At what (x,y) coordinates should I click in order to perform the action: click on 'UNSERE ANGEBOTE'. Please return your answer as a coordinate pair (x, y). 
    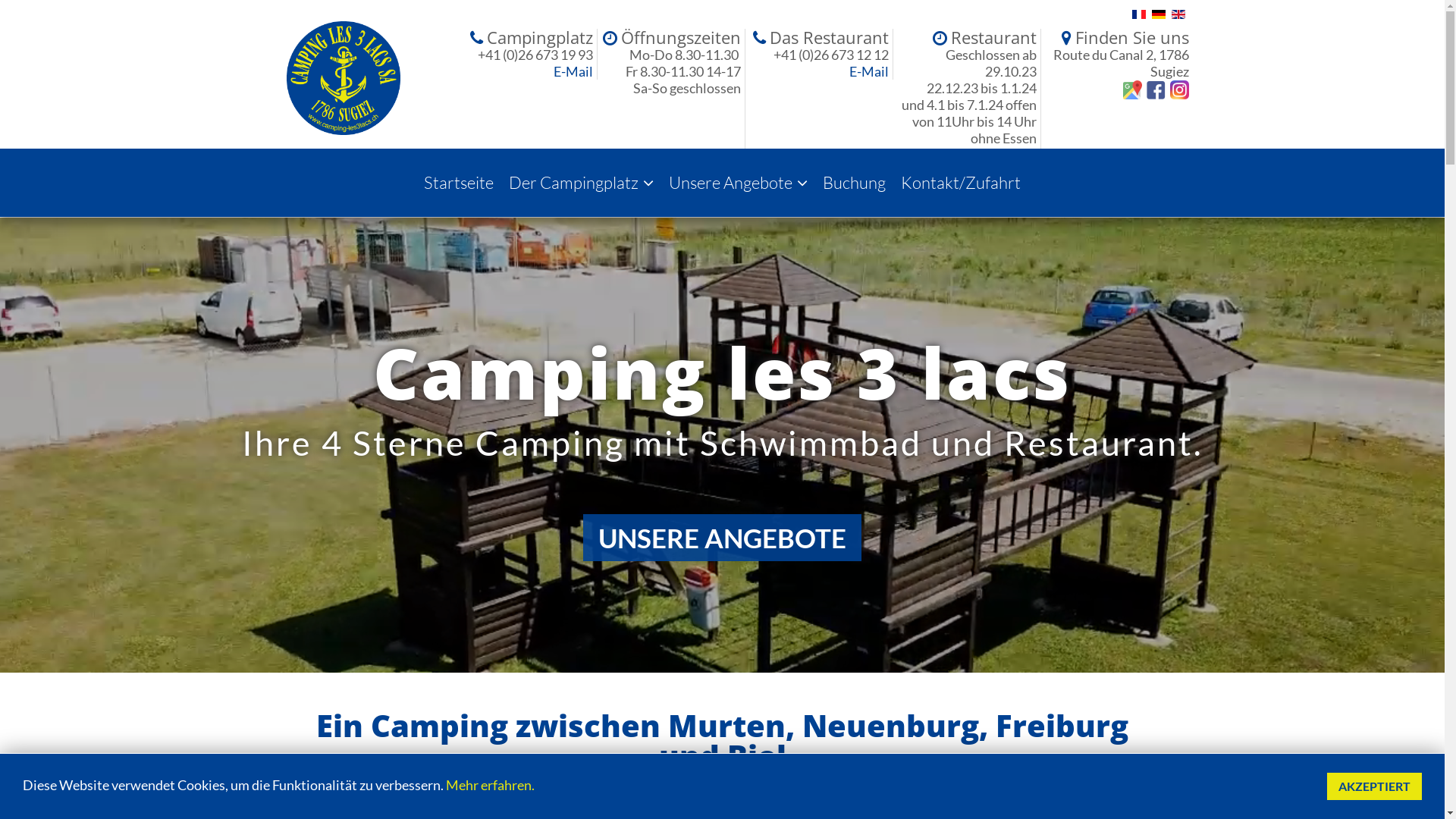
    Looking at the image, I should click on (721, 537).